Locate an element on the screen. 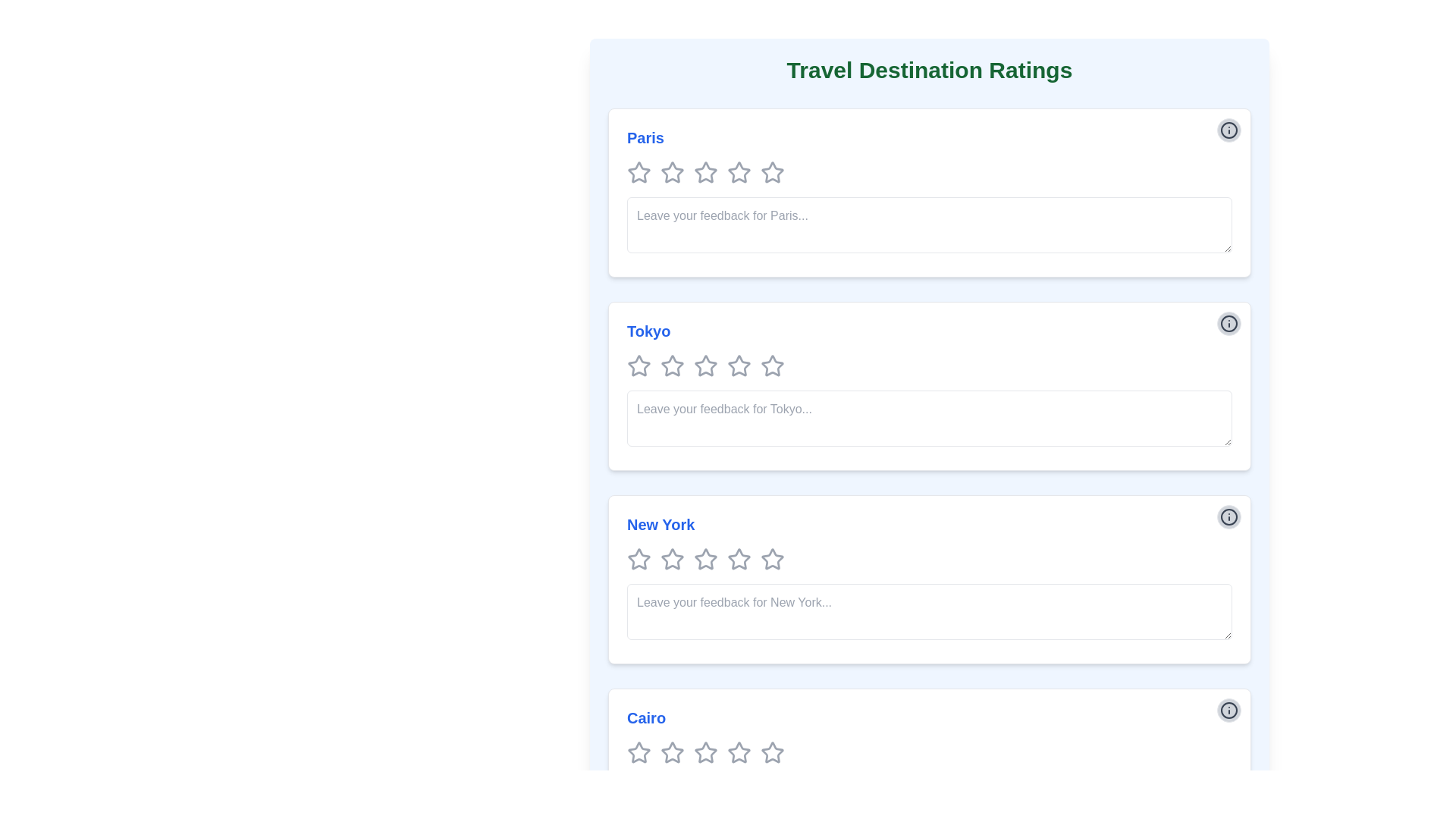 This screenshot has width=1456, height=819. the fifth star icon in the New York rating section is located at coordinates (739, 559).